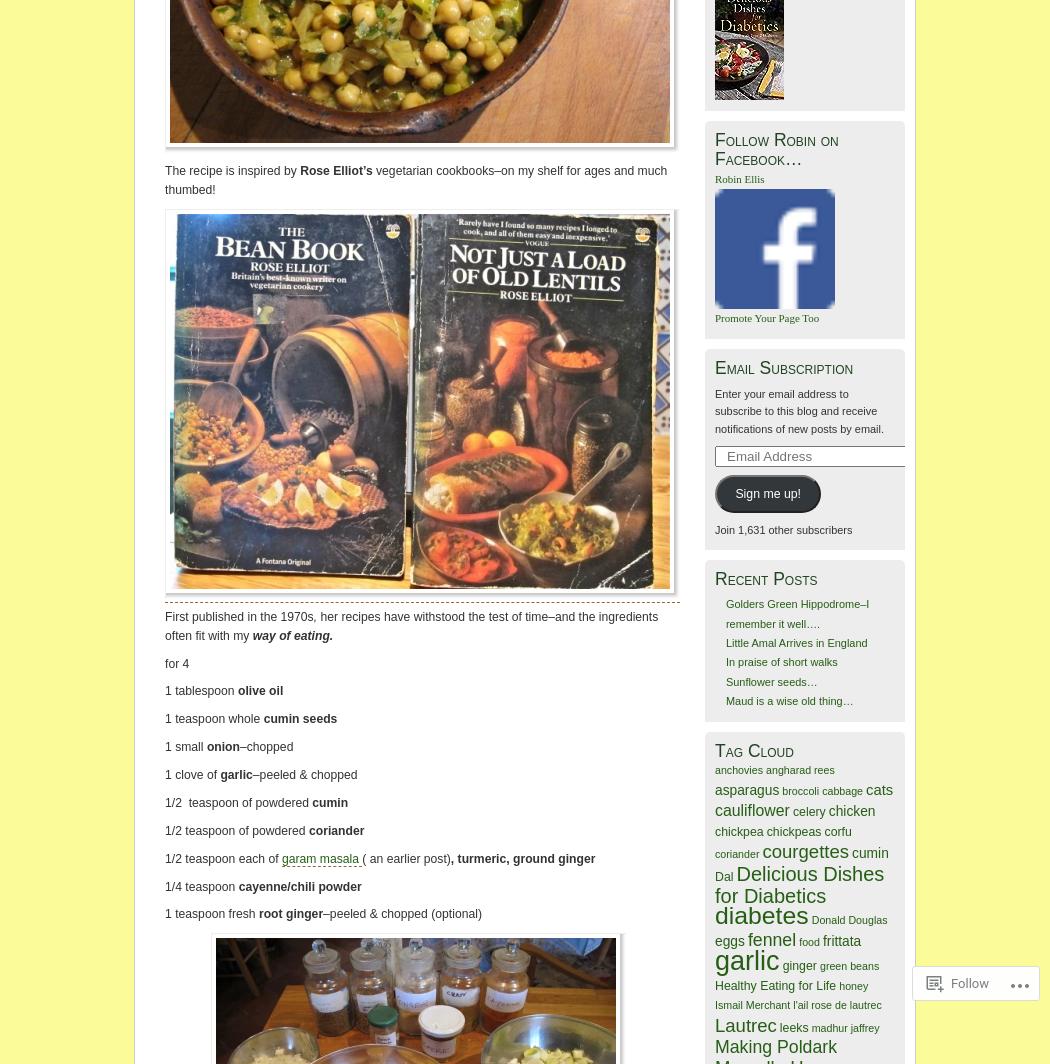 The image size is (1050, 1064). I want to click on 'garam masala', so click(321, 858).